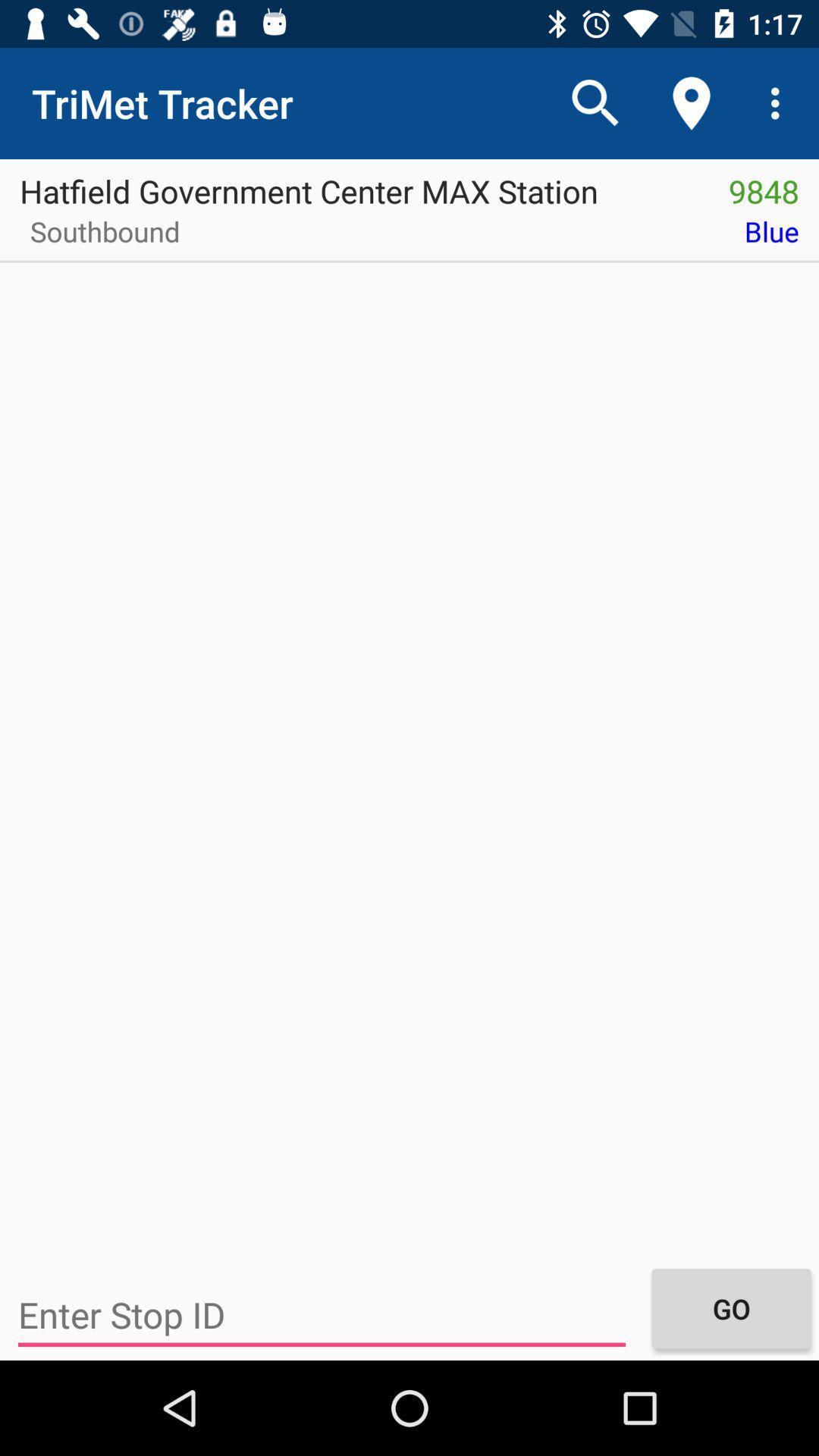 The height and width of the screenshot is (1456, 819). I want to click on icon next to the 9848 item, so click(354, 185).